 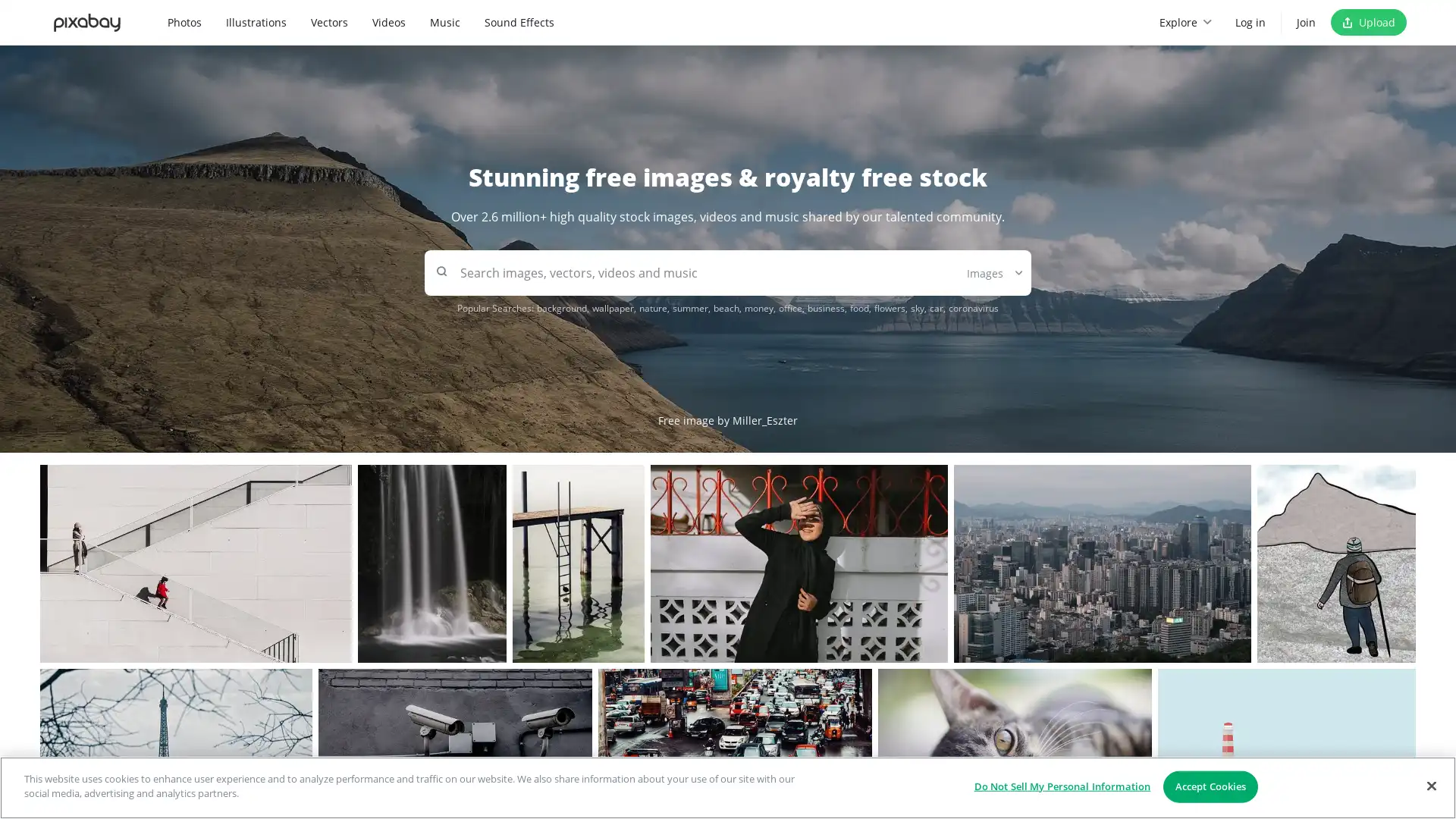 I want to click on Accept Cookies, so click(x=1210, y=786).